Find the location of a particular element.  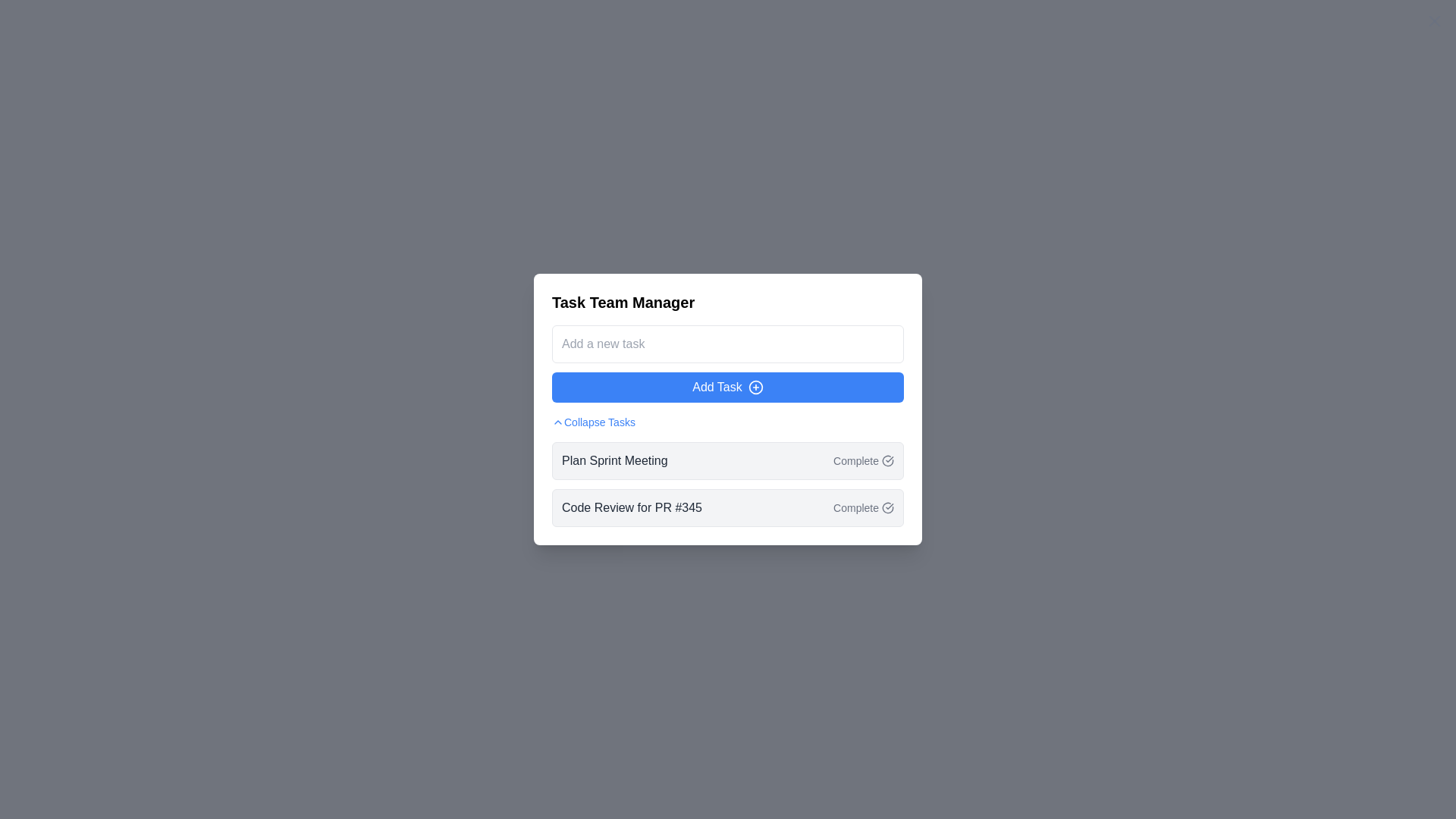

the text input field styled with the placeholder text 'Add a new task', located above the 'Add Task' button in the 'Task Team Manager' modal is located at coordinates (728, 363).